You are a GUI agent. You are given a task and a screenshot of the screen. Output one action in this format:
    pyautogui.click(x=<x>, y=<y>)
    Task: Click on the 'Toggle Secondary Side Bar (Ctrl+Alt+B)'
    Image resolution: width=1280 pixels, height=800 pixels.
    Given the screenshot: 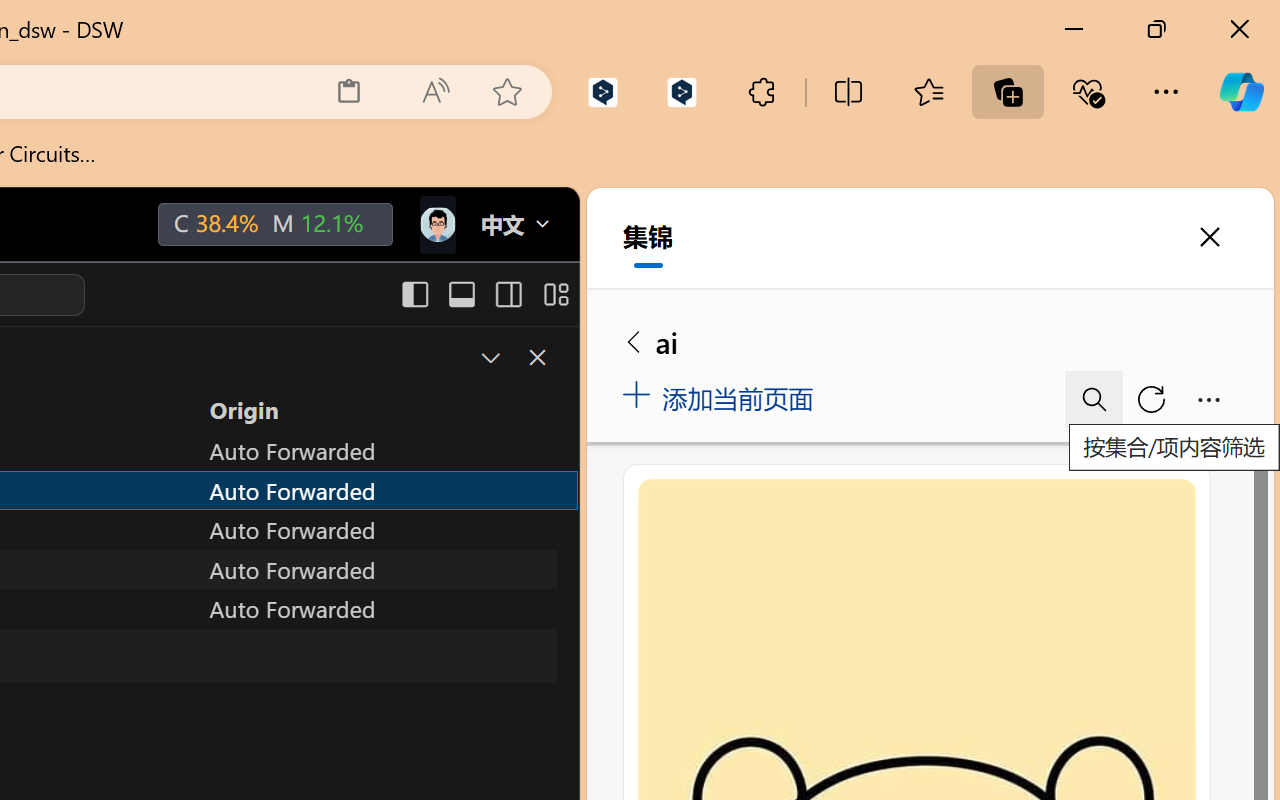 What is the action you would take?
    pyautogui.click(x=506, y=294)
    